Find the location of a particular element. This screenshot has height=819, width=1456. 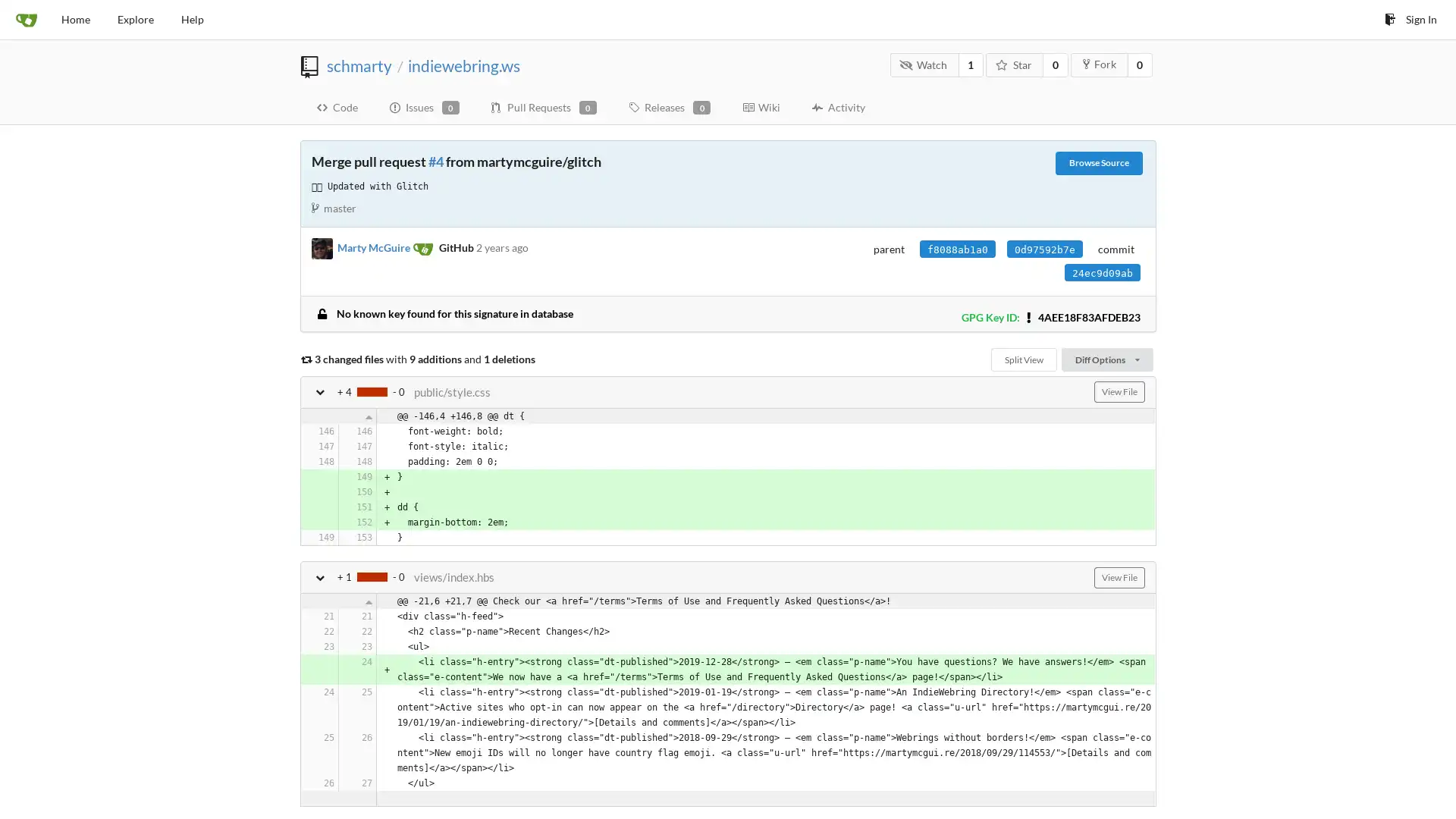

Star is located at coordinates (1015, 64).